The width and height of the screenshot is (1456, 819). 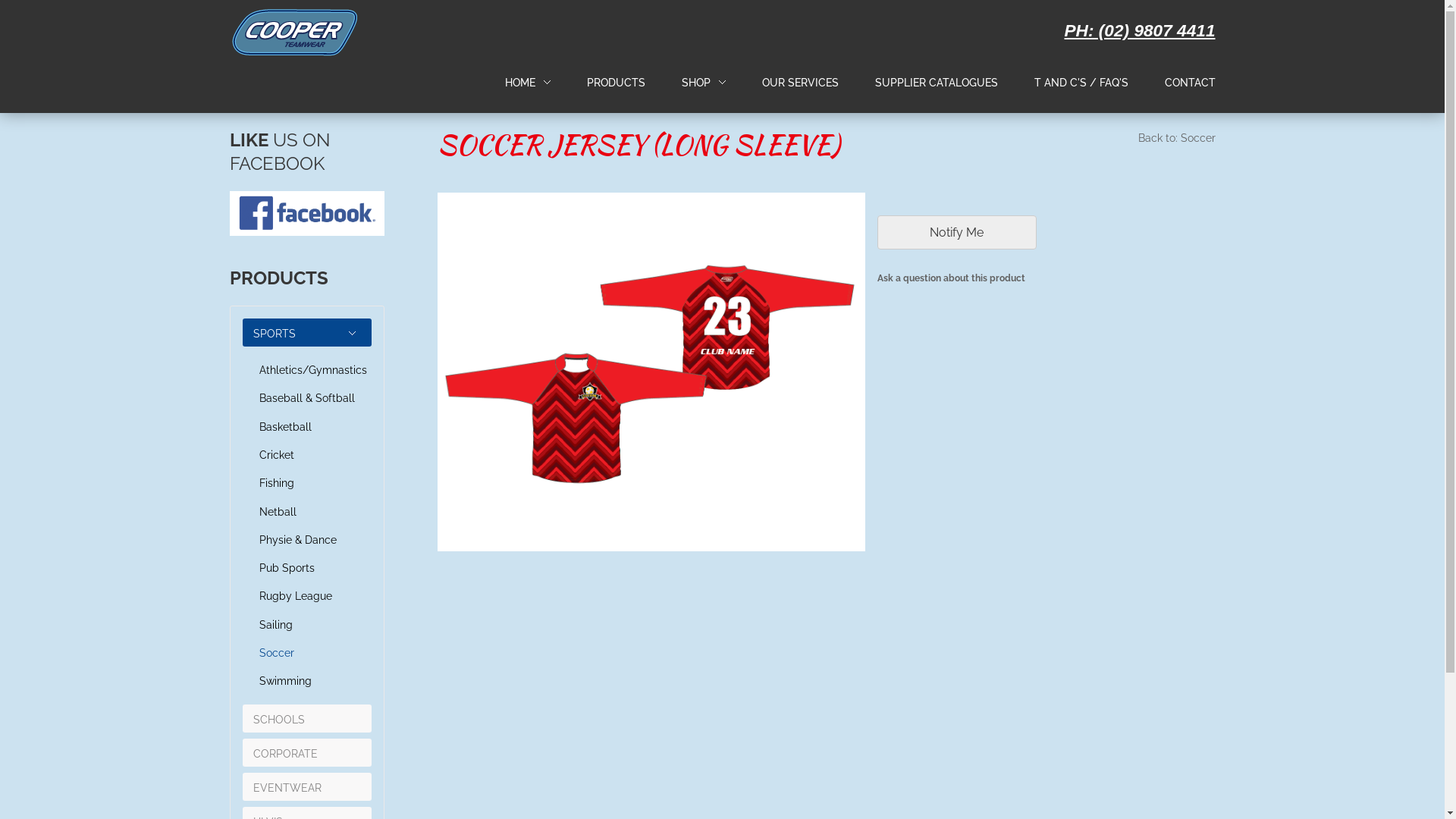 I want to click on 'HOME', so click(x=520, y=82).